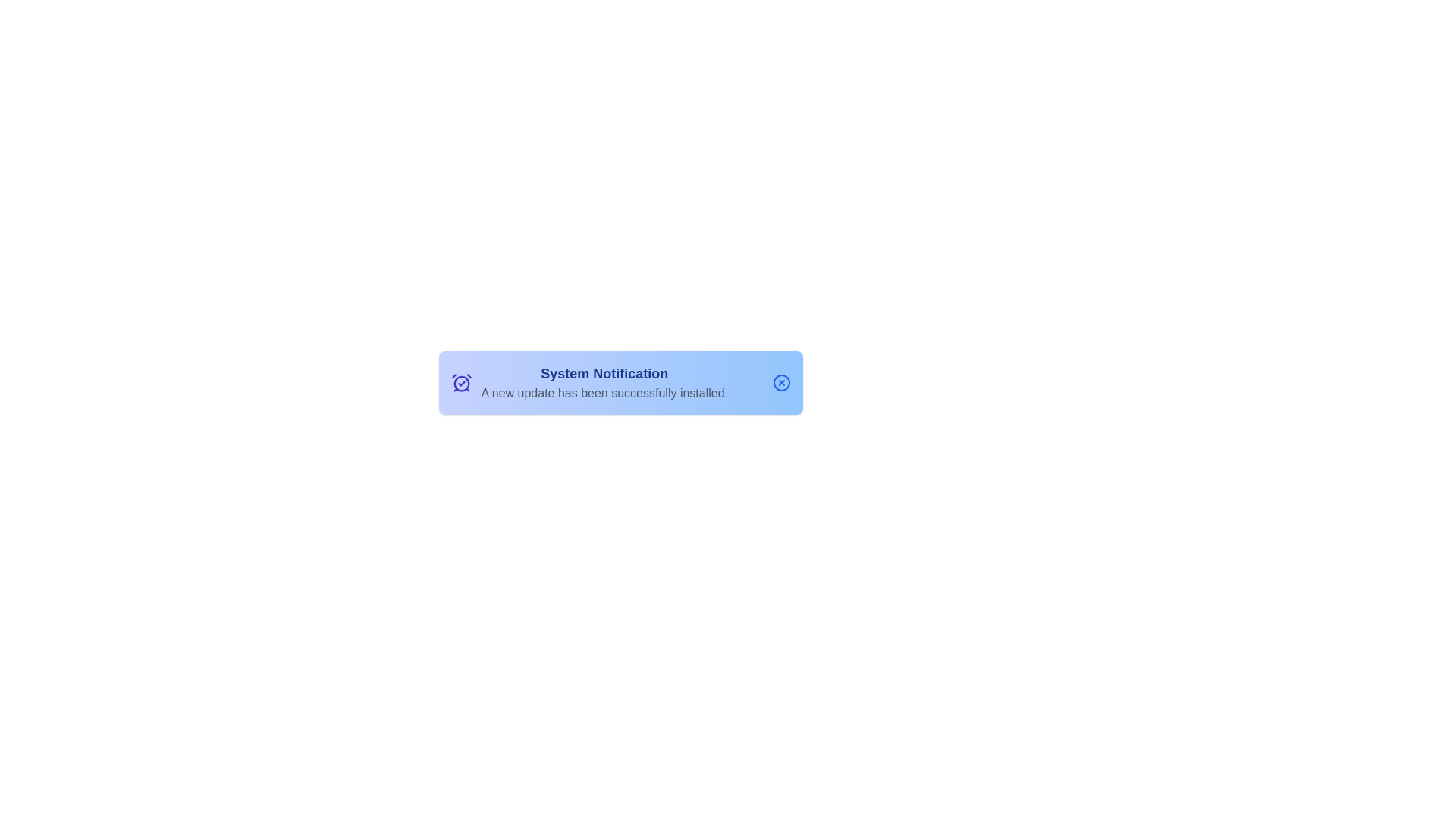 This screenshot has width=1456, height=819. I want to click on the circular shape rendered as part of the clock icon, which is centrally located inside the main circular frame of the clock symbol, so click(460, 383).